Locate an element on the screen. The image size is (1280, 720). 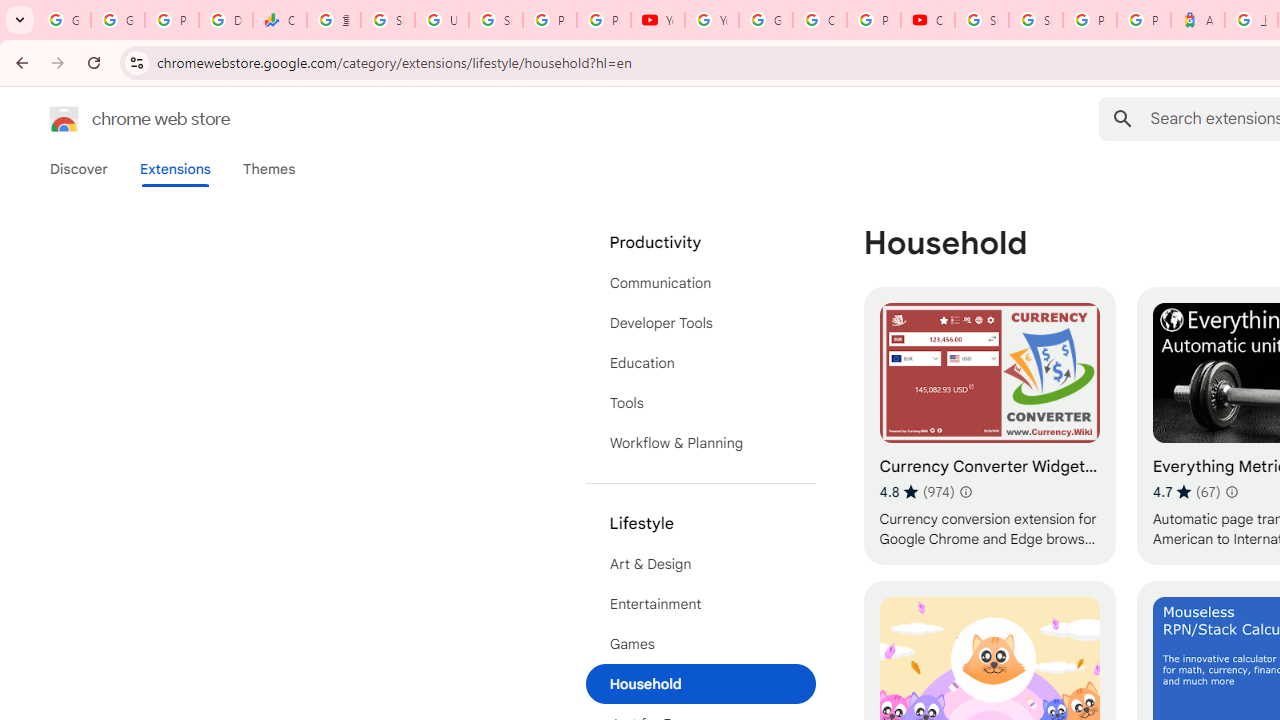
'Tools' is located at coordinates (700, 403).